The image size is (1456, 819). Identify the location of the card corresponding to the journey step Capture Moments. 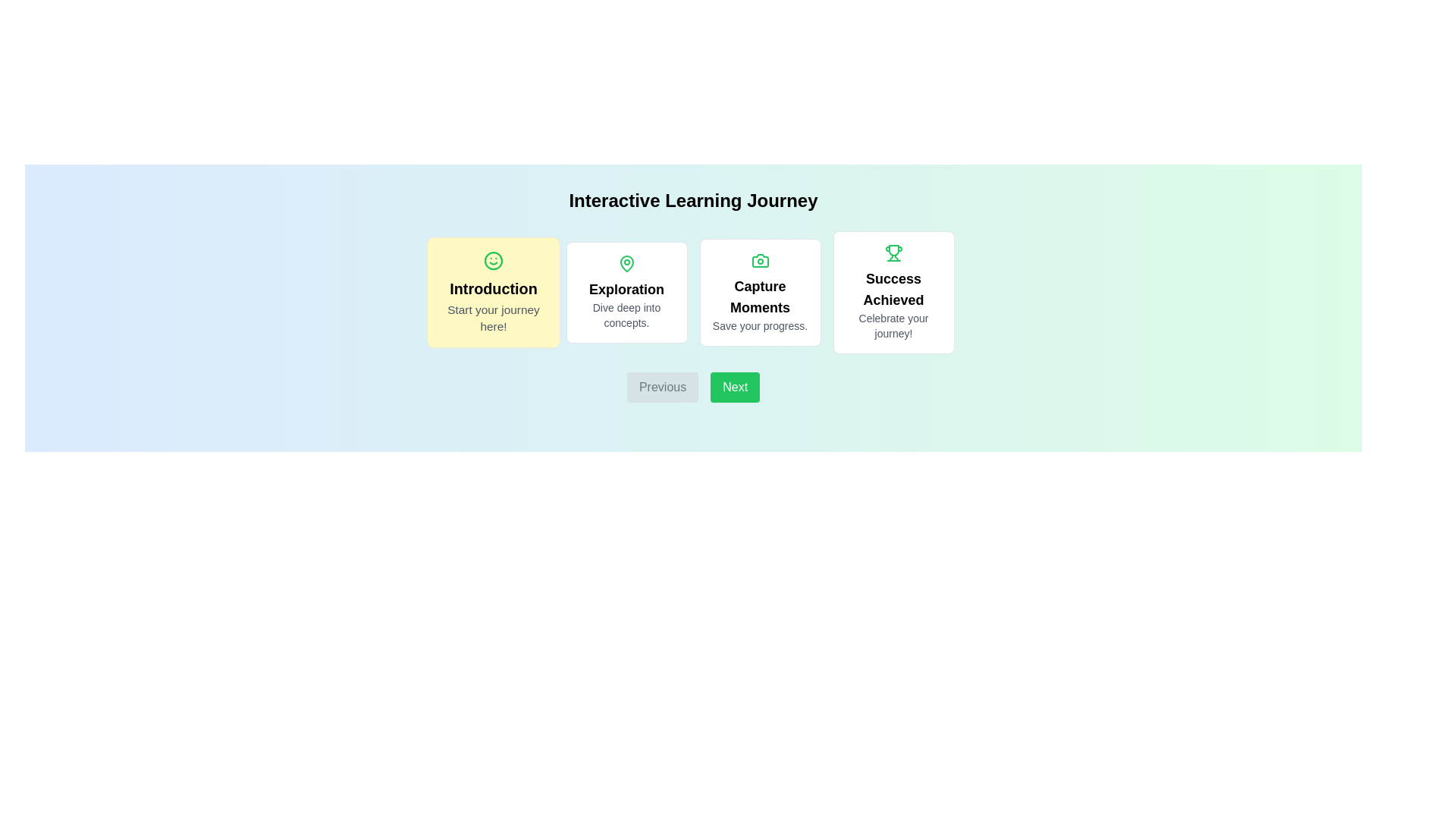
(760, 292).